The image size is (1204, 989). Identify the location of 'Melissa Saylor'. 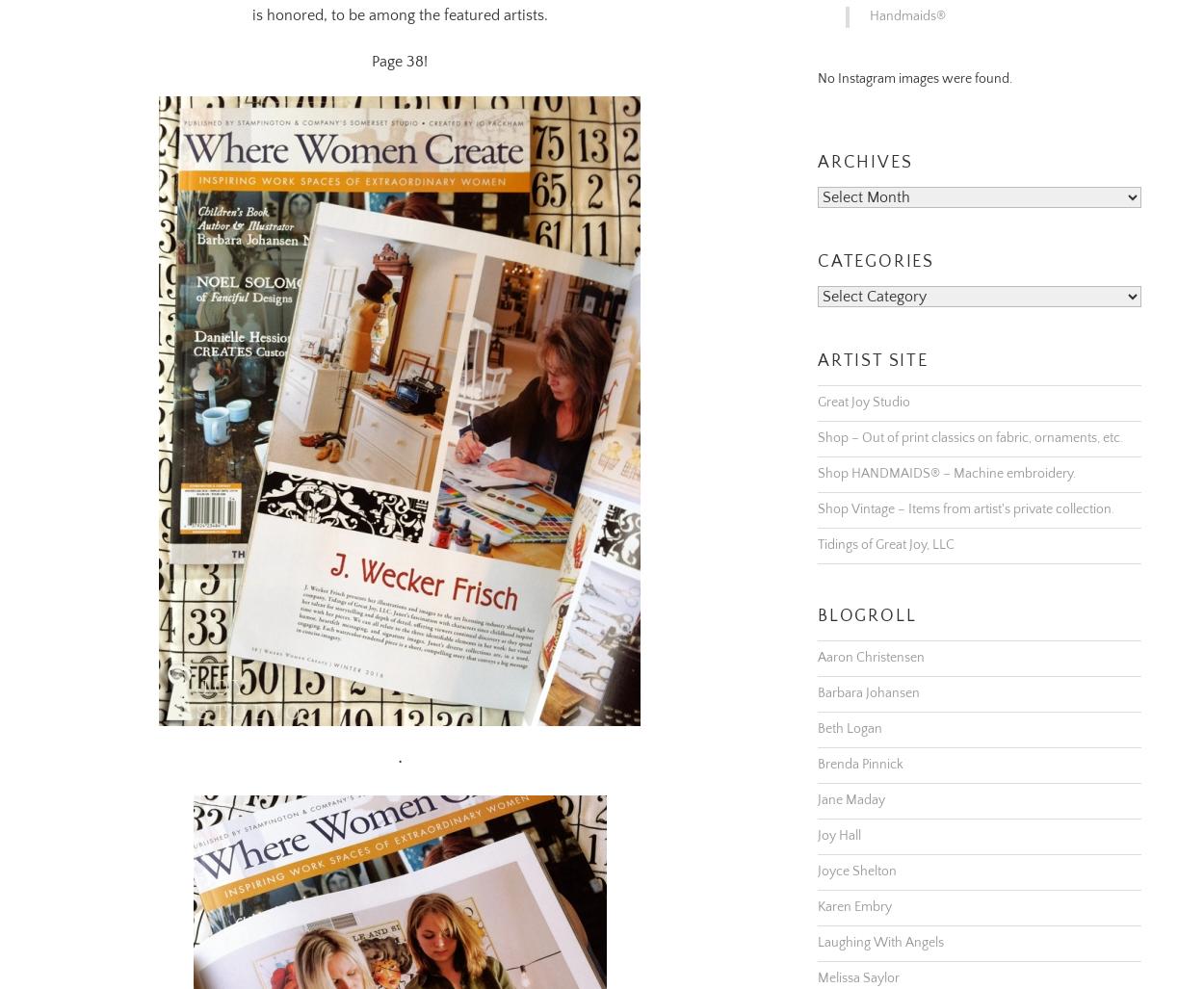
(858, 952).